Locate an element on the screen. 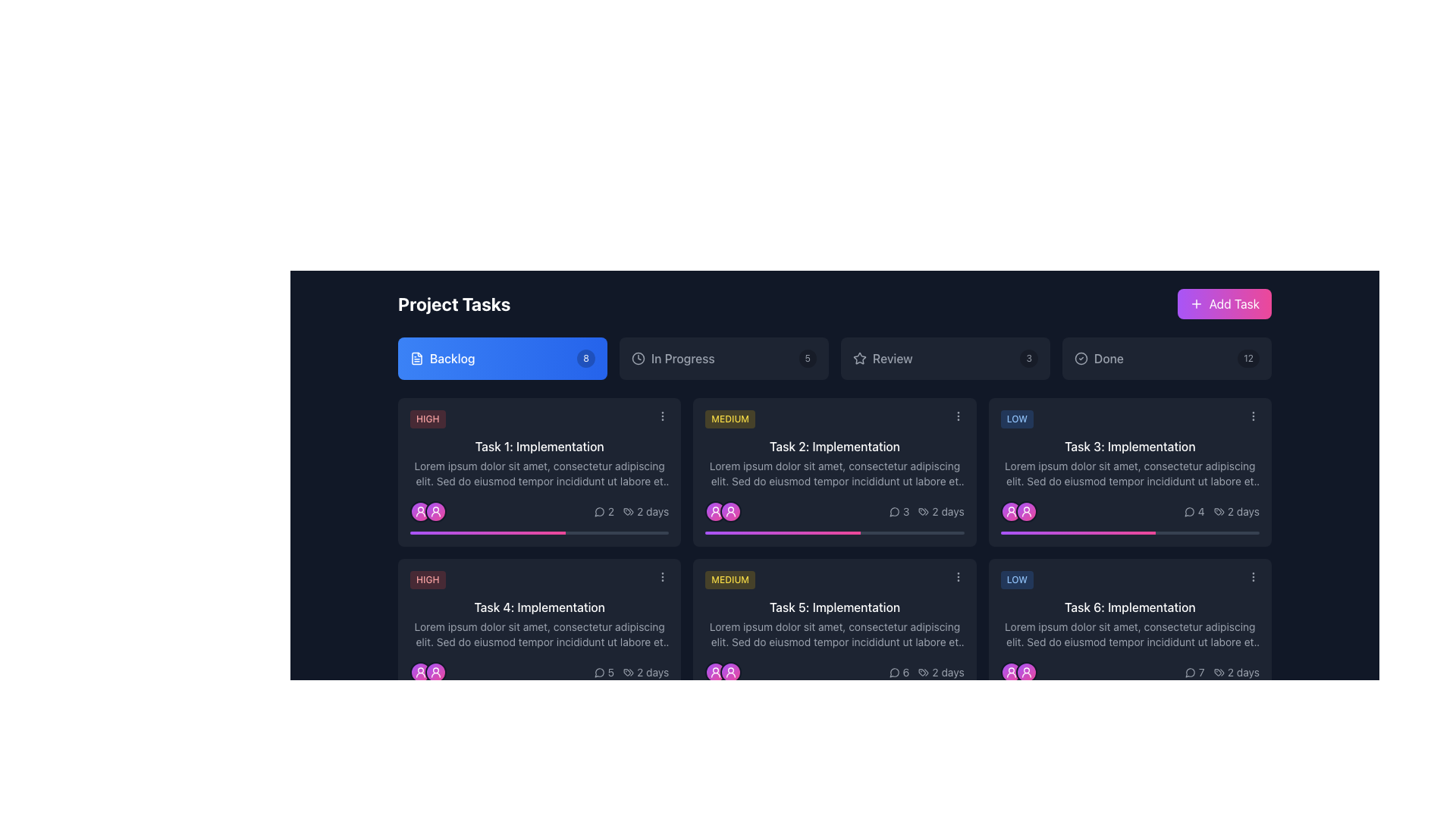 This screenshot has width=1456, height=819. the text label element that displays 'Task 3: Implementation', which is styled in white on a dark background and is part of a card layout in the 'Backlog' section is located at coordinates (1130, 446).